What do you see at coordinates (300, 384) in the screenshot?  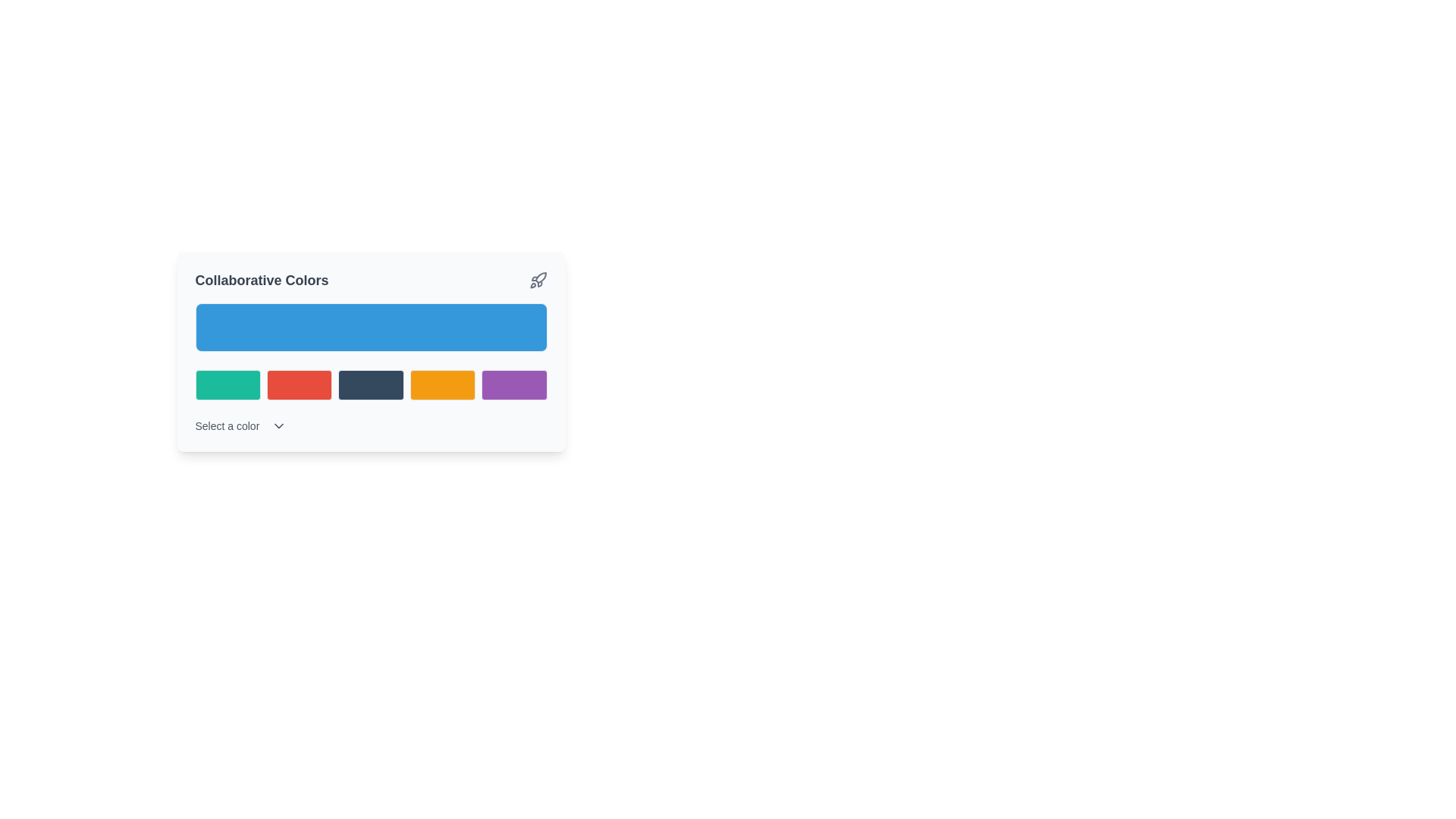 I see `the second button with a solid red fill located below the title 'Collaborative Colors'` at bounding box center [300, 384].